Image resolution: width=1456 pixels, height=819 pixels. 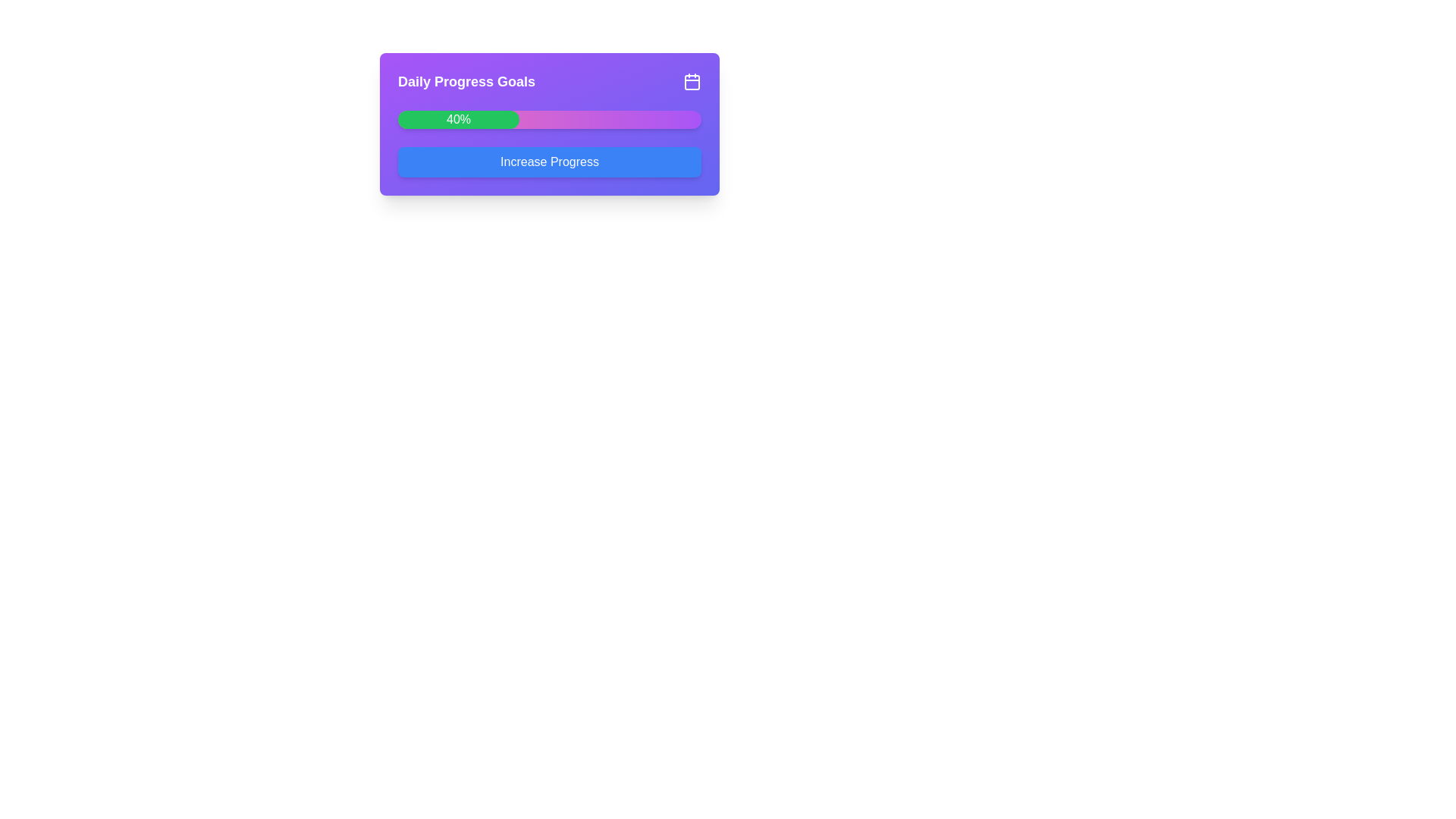 I want to click on progress percentage from the progress bar styled with a gradient background, indicating '40%' within its area, so click(x=548, y=119).